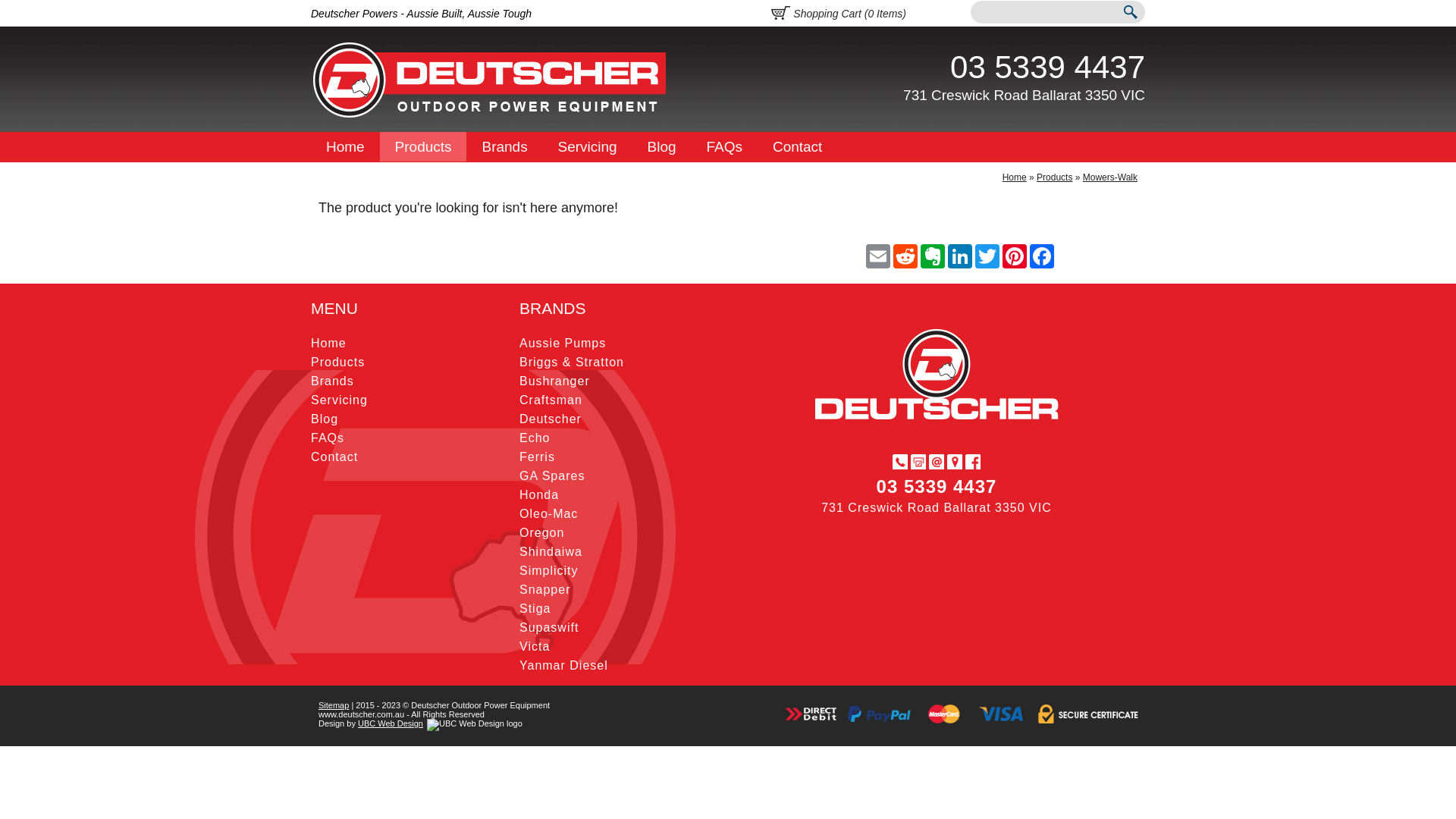  Describe the element at coordinates (519, 664) in the screenshot. I see `'Yanmar Diesel'` at that location.